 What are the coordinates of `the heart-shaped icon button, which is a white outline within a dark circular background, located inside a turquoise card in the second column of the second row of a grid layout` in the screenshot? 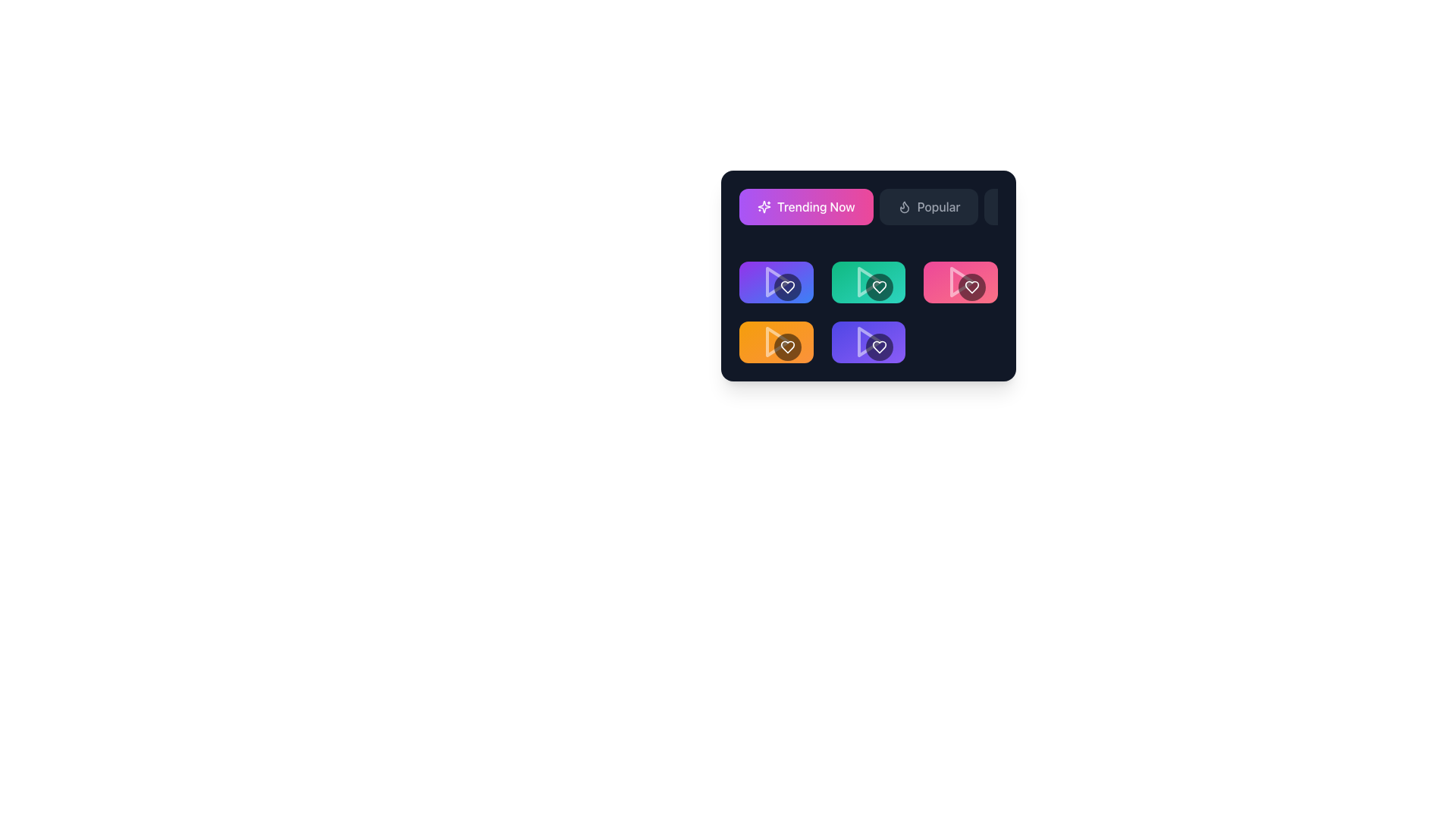 It's located at (880, 287).